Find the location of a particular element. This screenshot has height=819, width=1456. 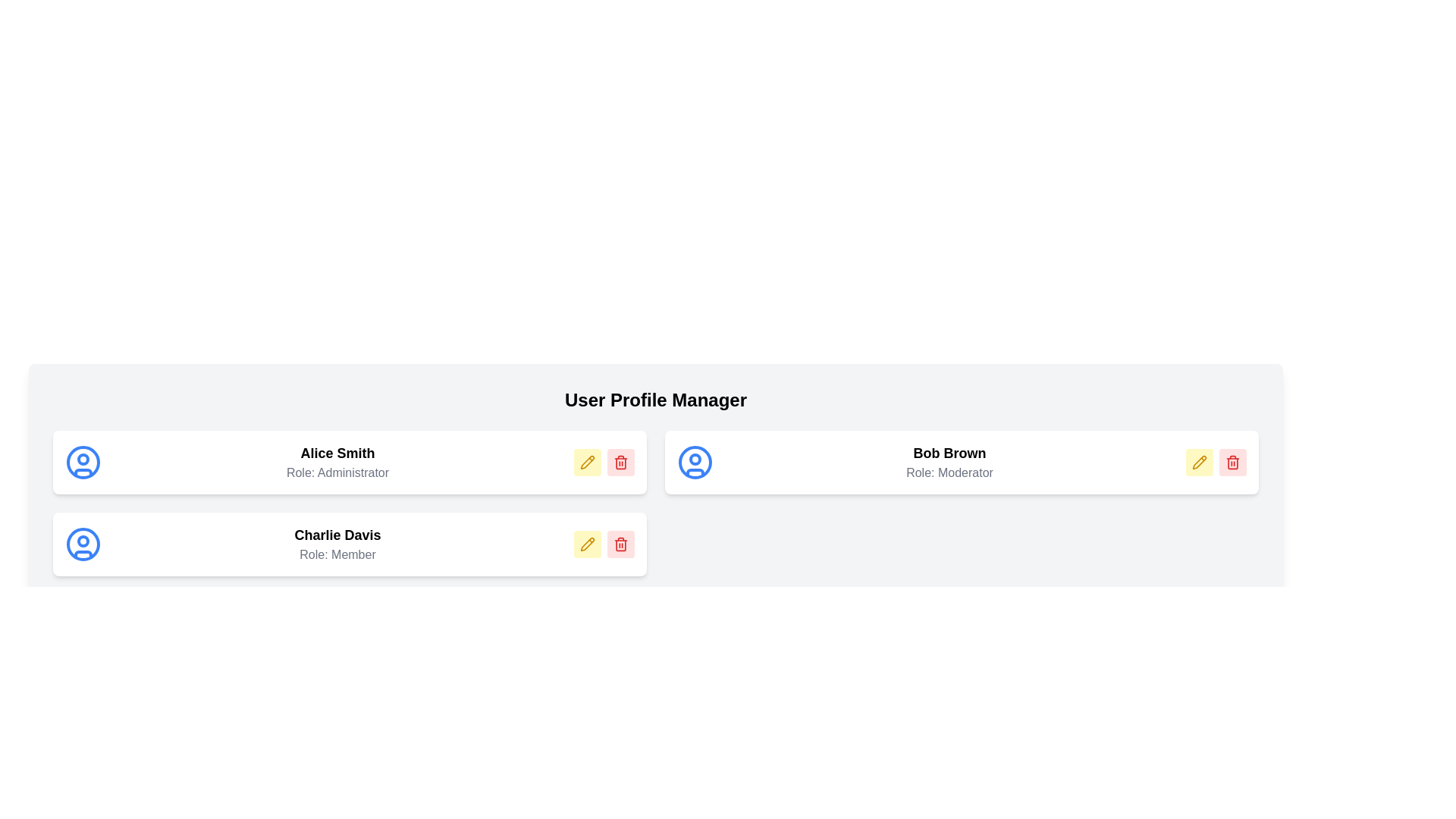

the deletion button located on the rightmost side of the layout group under the user profile box for 'Charlie Davis' is located at coordinates (621, 543).